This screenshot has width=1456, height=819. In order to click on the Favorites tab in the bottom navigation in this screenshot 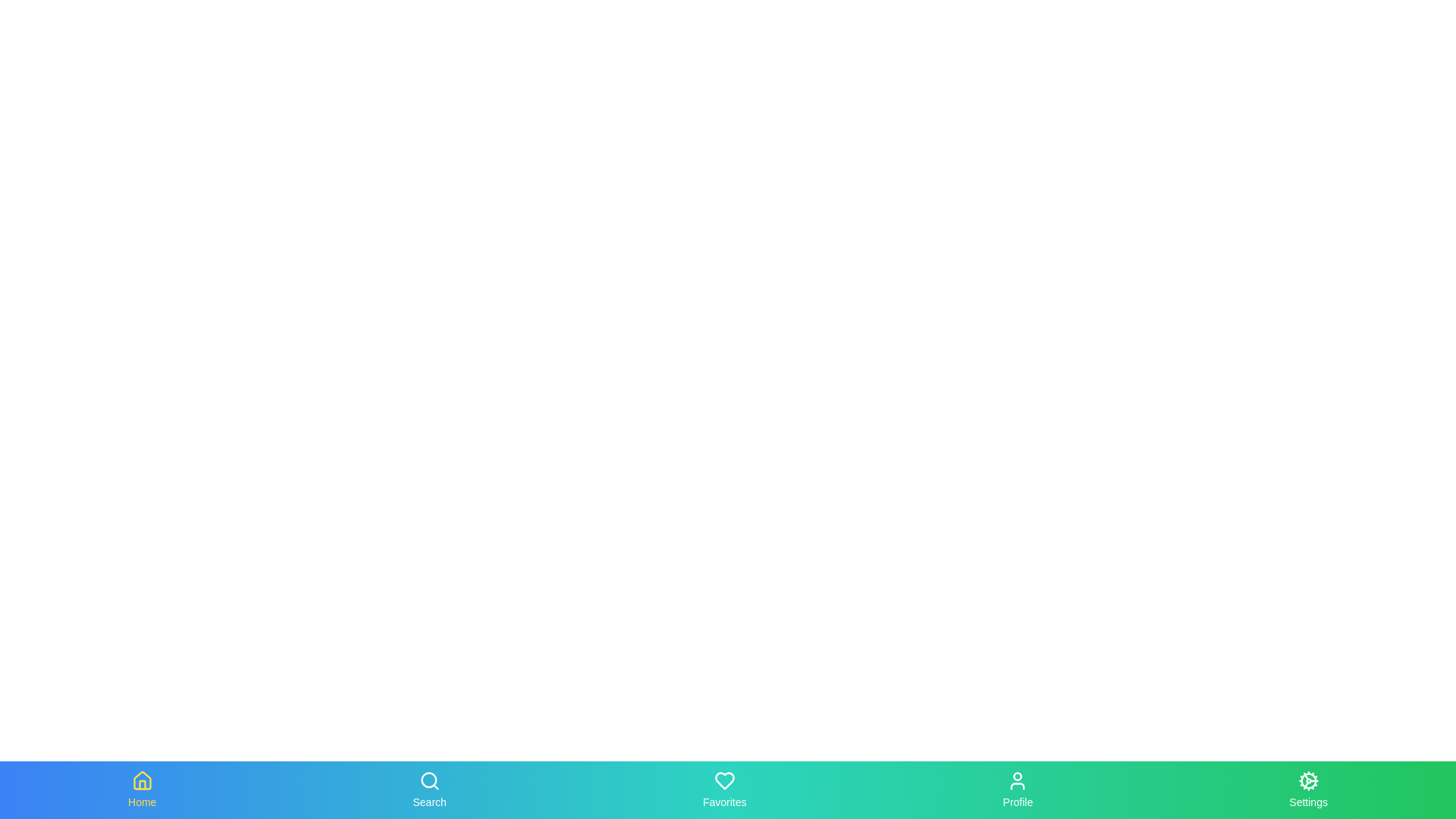, I will do `click(723, 789)`.